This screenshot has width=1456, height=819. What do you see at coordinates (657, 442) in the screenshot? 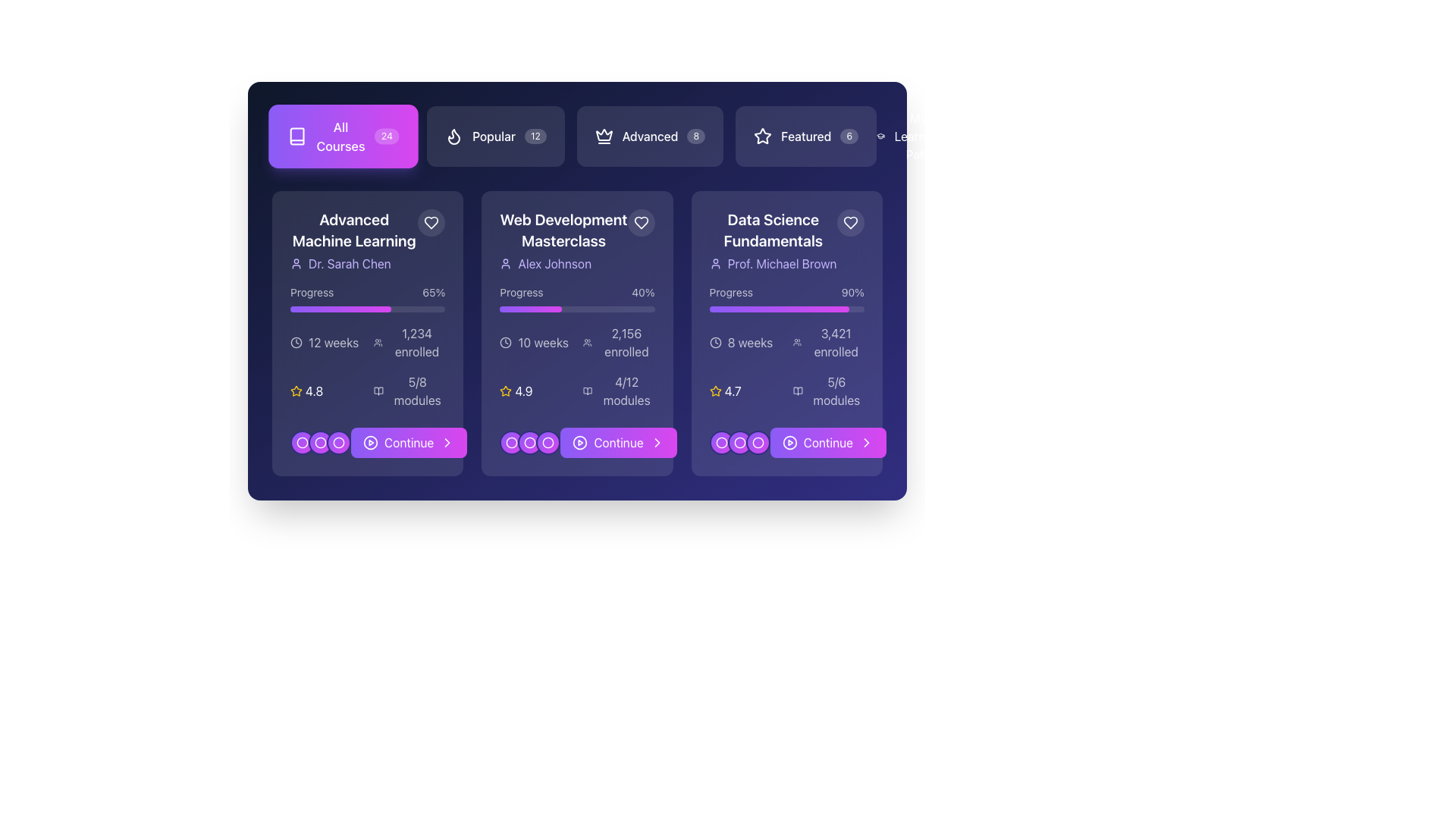
I see `the Chevron icon located at the far-right edge of the 'Continue' button within the 'Web Development Masterclass' card` at bounding box center [657, 442].